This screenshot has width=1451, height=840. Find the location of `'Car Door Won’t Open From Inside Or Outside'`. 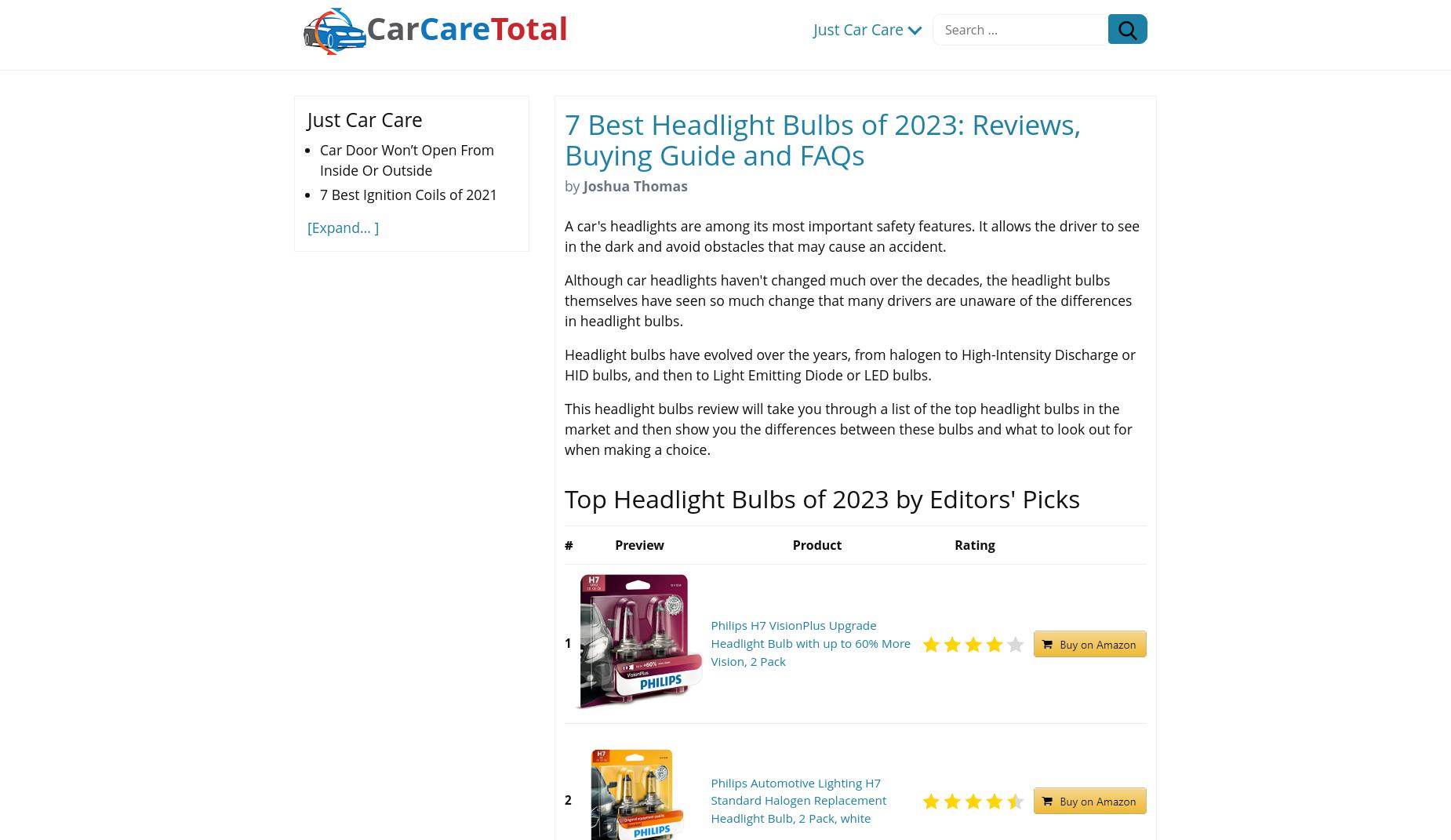

'Car Door Won’t Open From Inside Or Outside' is located at coordinates (406, 159).